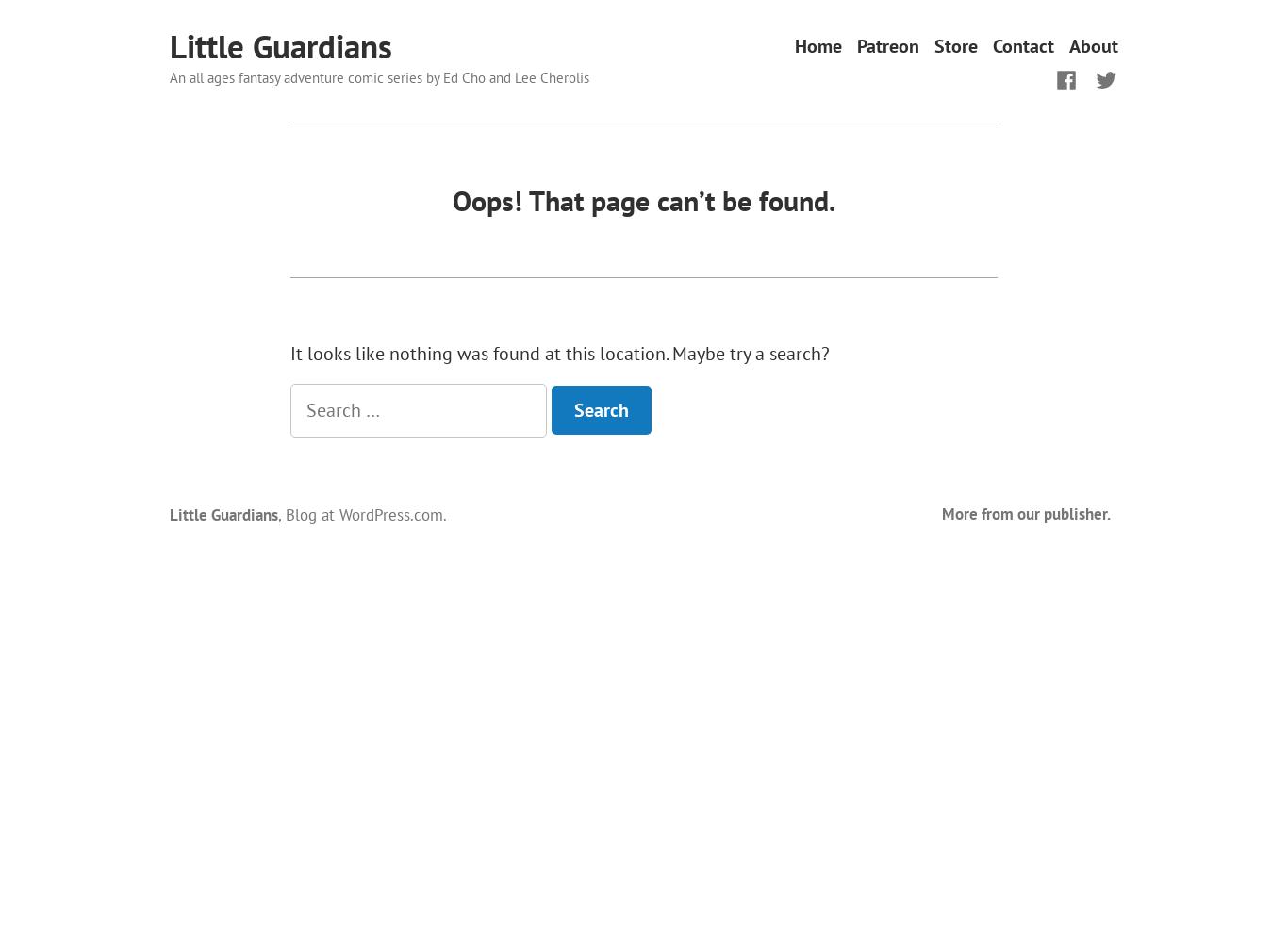  Describe the element at coordinates (558, 354) in the screenshot. I see `'It looks like nothing was found at this location. Maybe try a search?'` at that location.